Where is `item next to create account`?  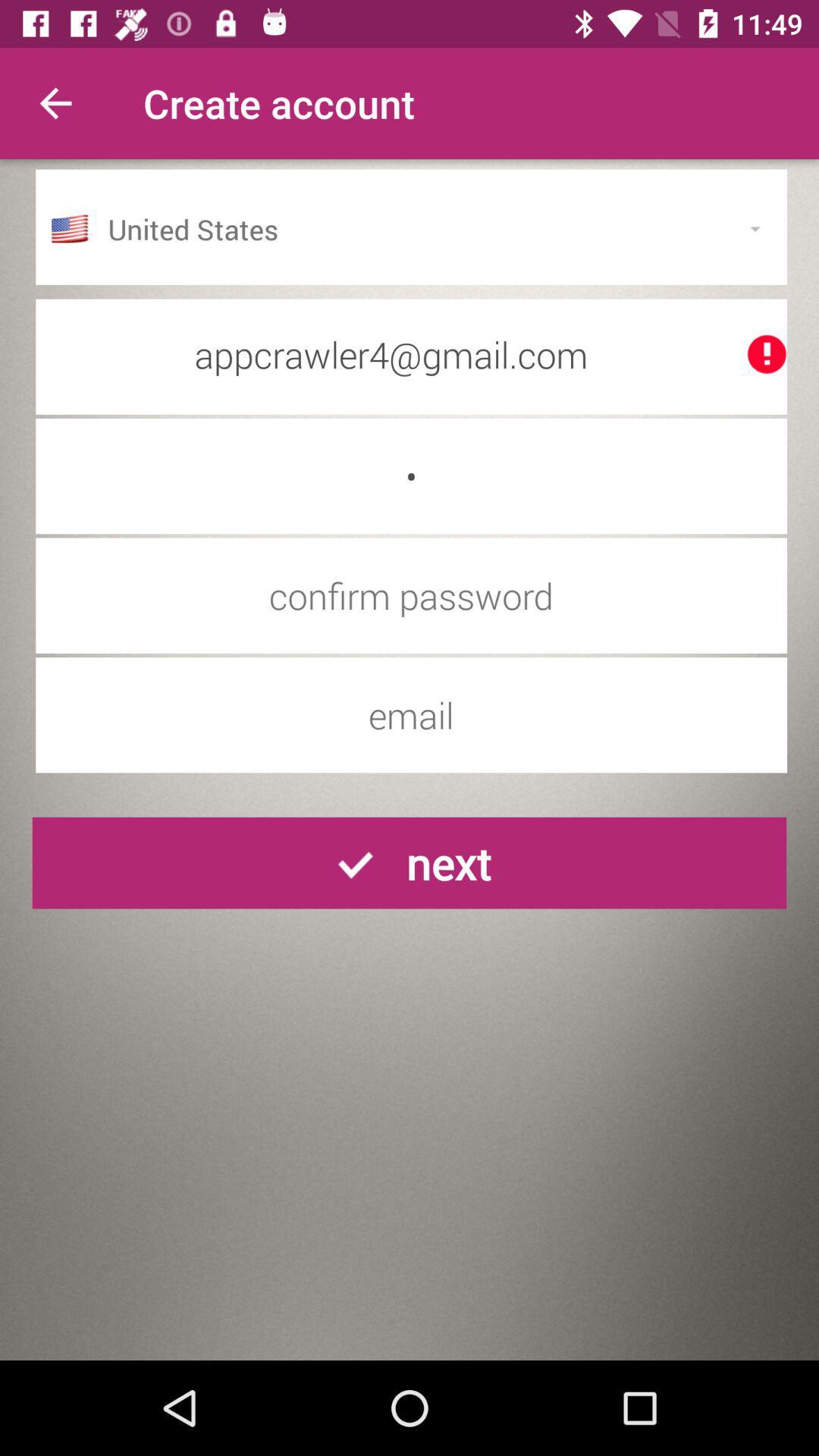 item next to create account is located at coordinates (55, 102).